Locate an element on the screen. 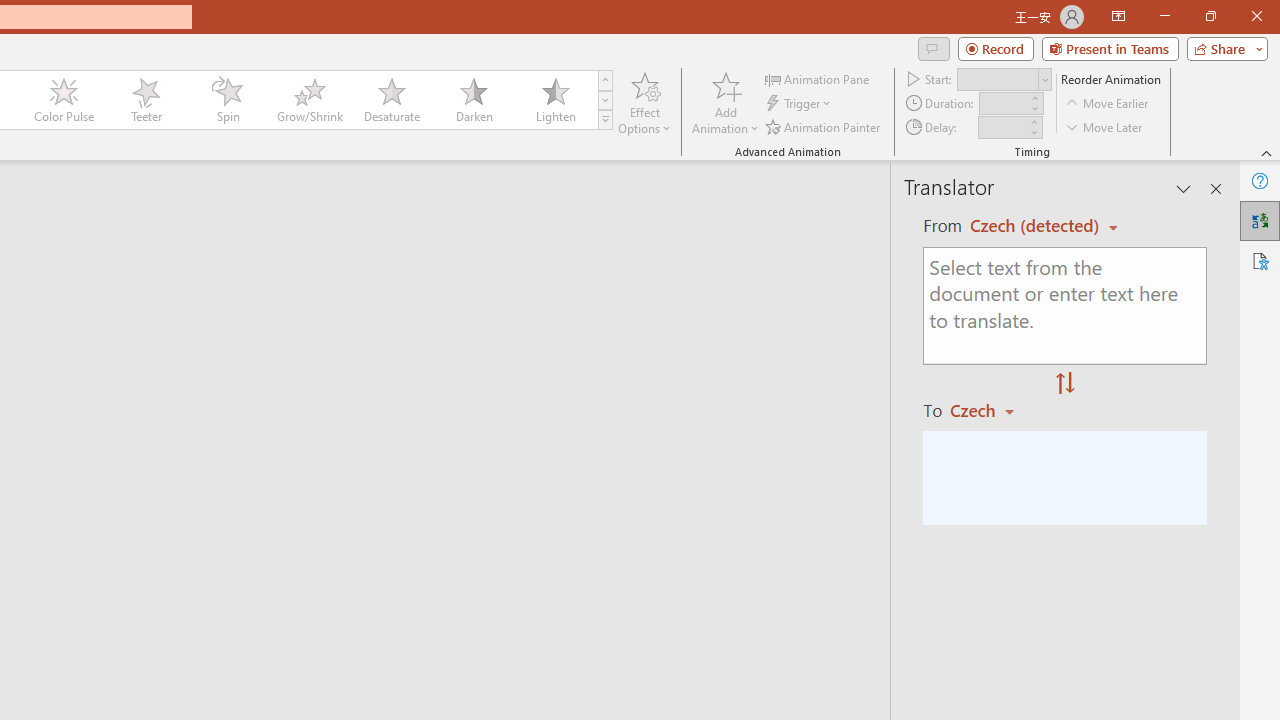 This screenshot has height=720, width=1280. 'Row up' is located at coordinates (604, 79).